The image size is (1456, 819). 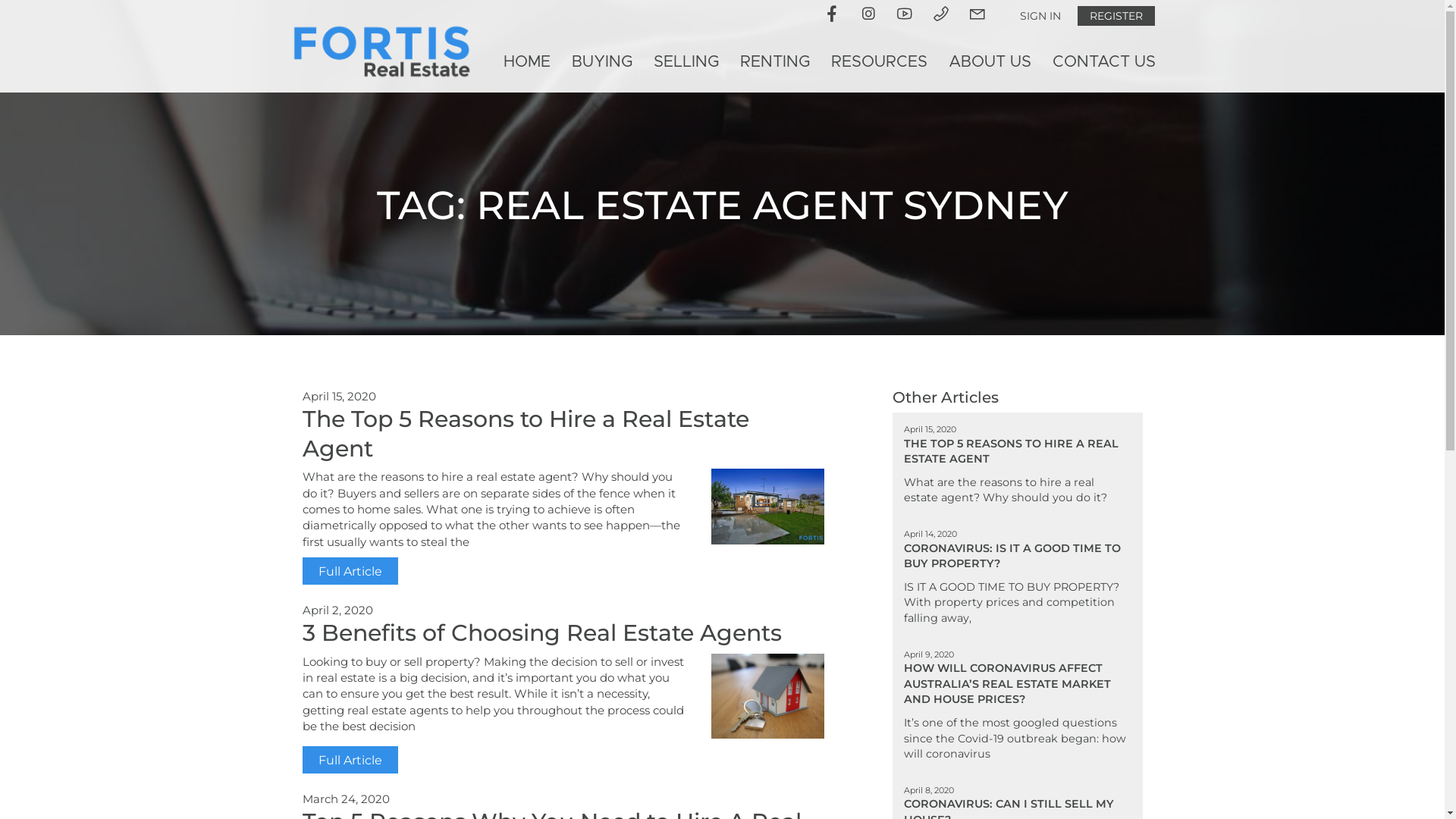 I want to click on 'SIGN IN', so click(x=1039, y=15).